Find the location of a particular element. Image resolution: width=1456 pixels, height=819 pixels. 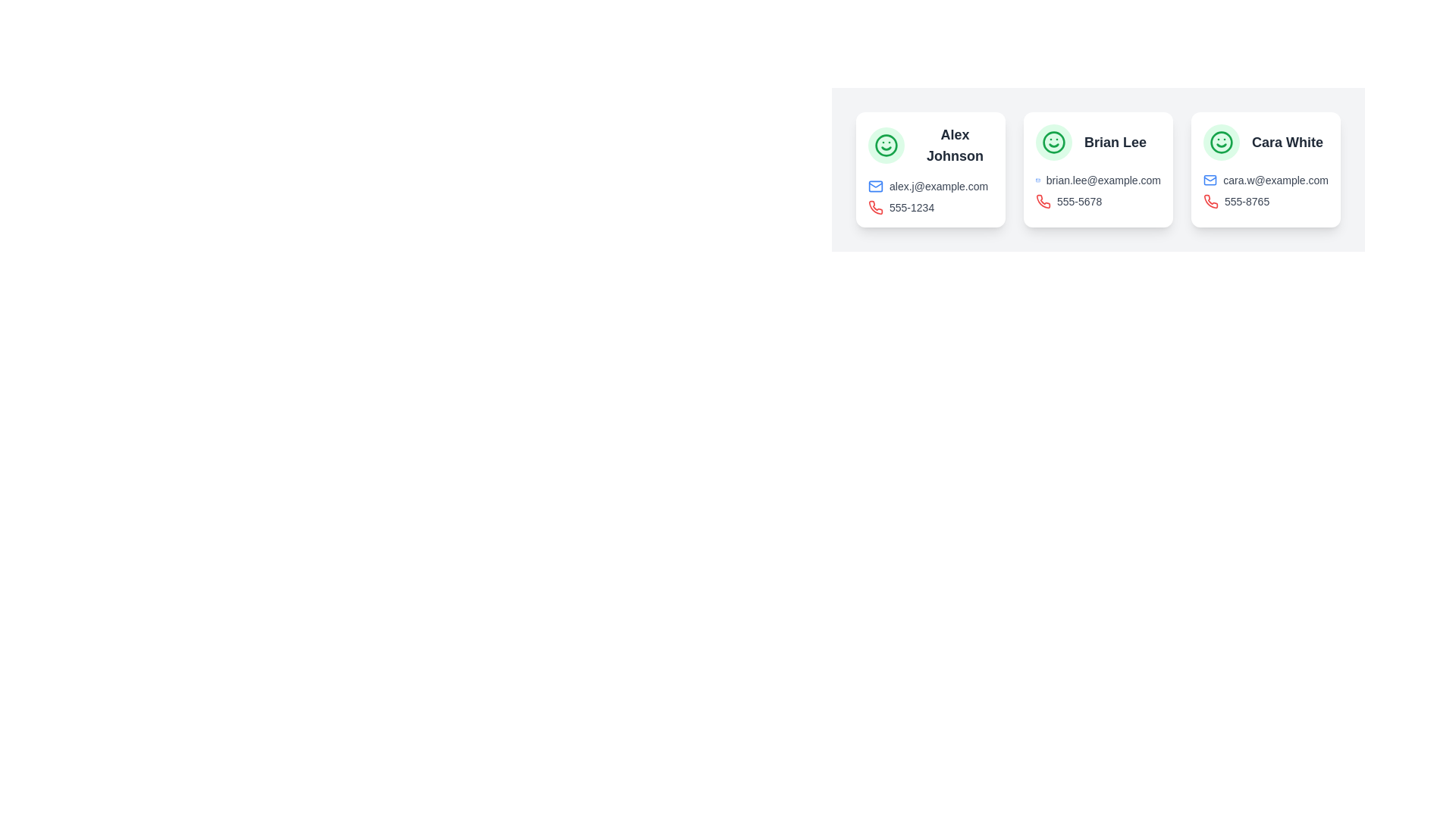

the phone contact icon located within Alex Johnson's contact card, positioned near the phone number field to identify the contact type it represents is located at coordinates (876, 207).